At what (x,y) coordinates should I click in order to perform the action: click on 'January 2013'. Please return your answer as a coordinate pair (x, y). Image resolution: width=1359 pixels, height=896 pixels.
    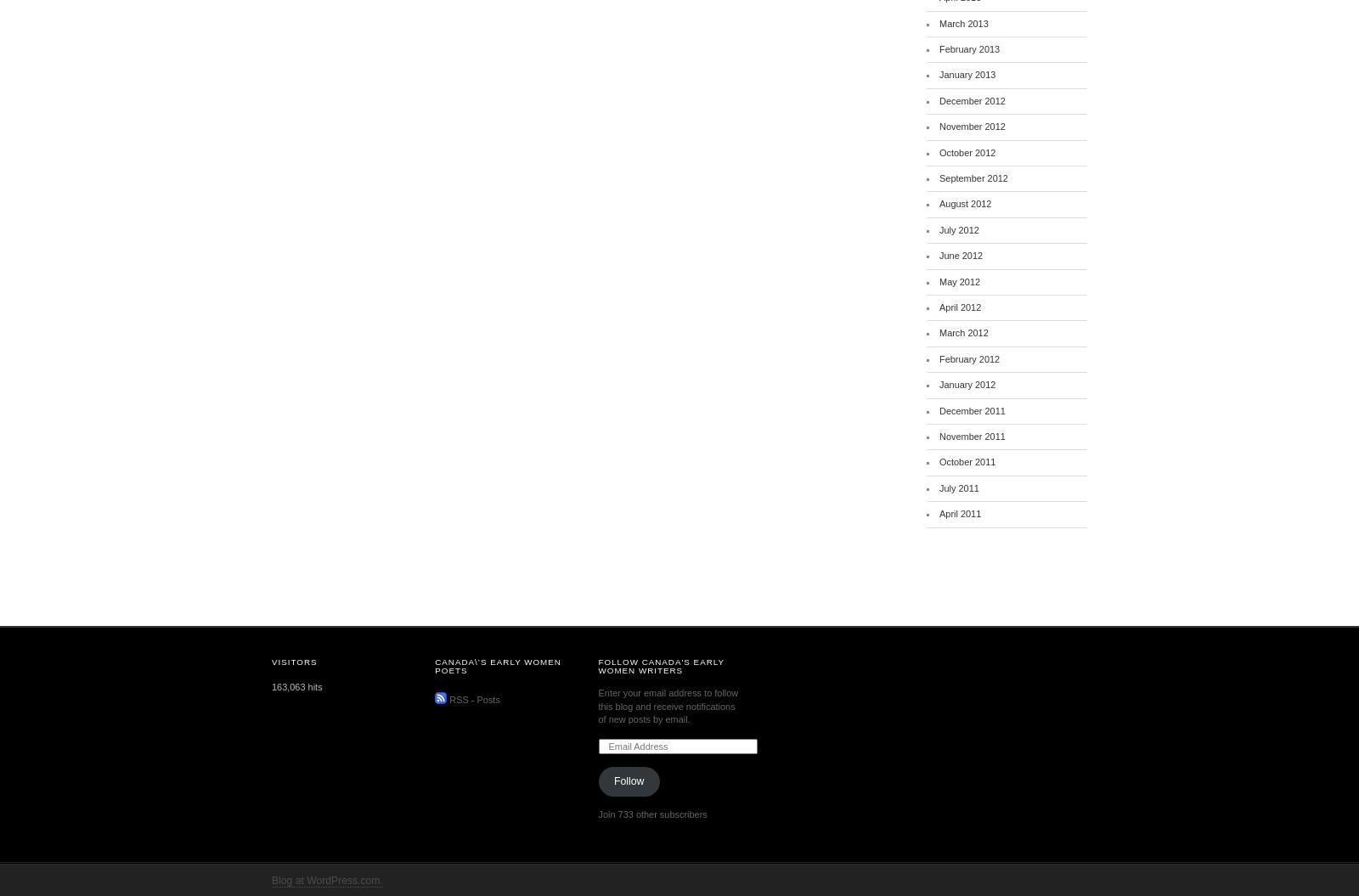
    Looking at the image, I should click on (967, 73).